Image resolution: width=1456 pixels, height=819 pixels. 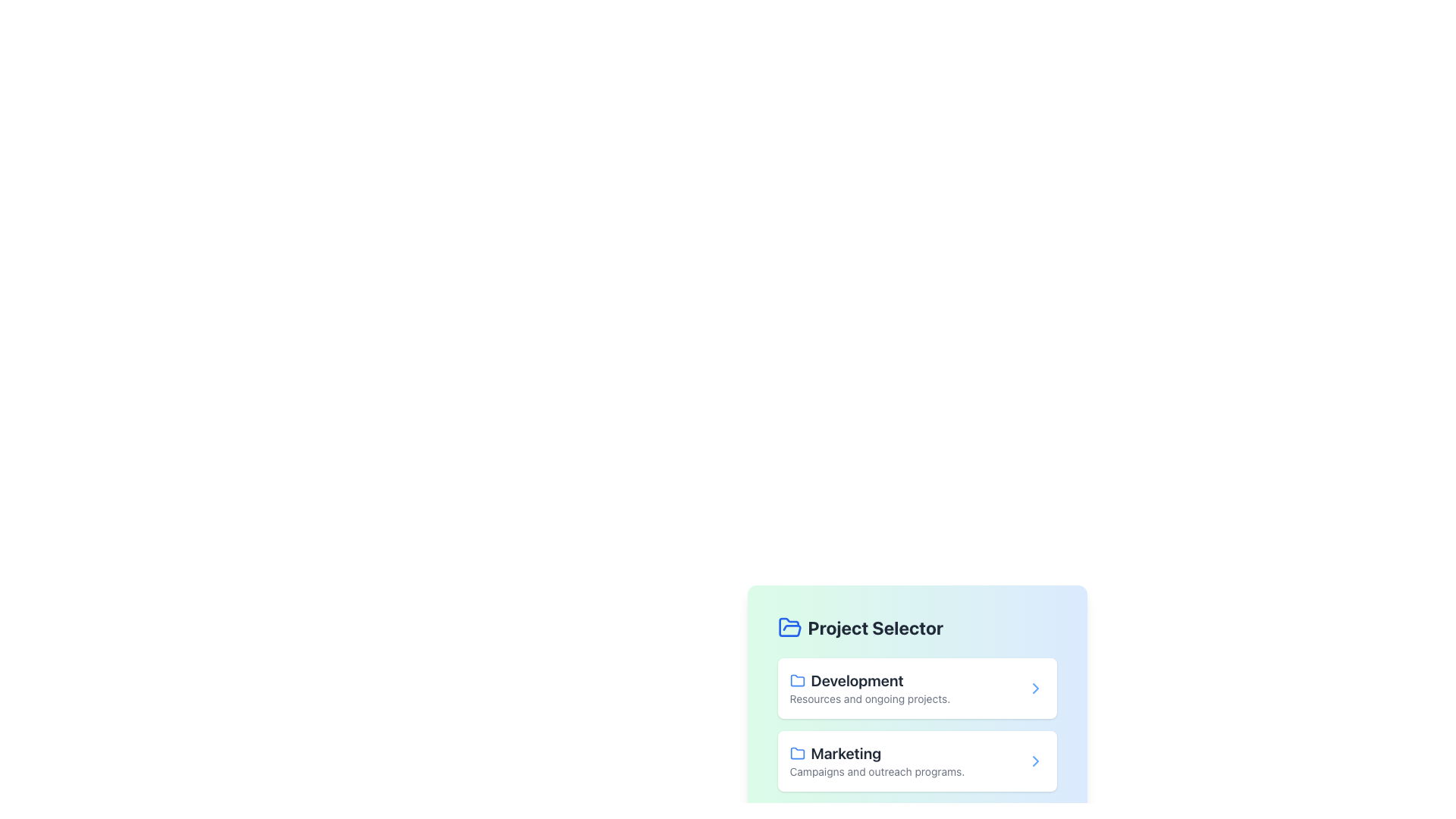 What do you see at coordinates (1034, 688) in the screenshot?
I see `the icon in the 'Development' section of the 'Project Selector' interface` at bounding box center [1034, 688].